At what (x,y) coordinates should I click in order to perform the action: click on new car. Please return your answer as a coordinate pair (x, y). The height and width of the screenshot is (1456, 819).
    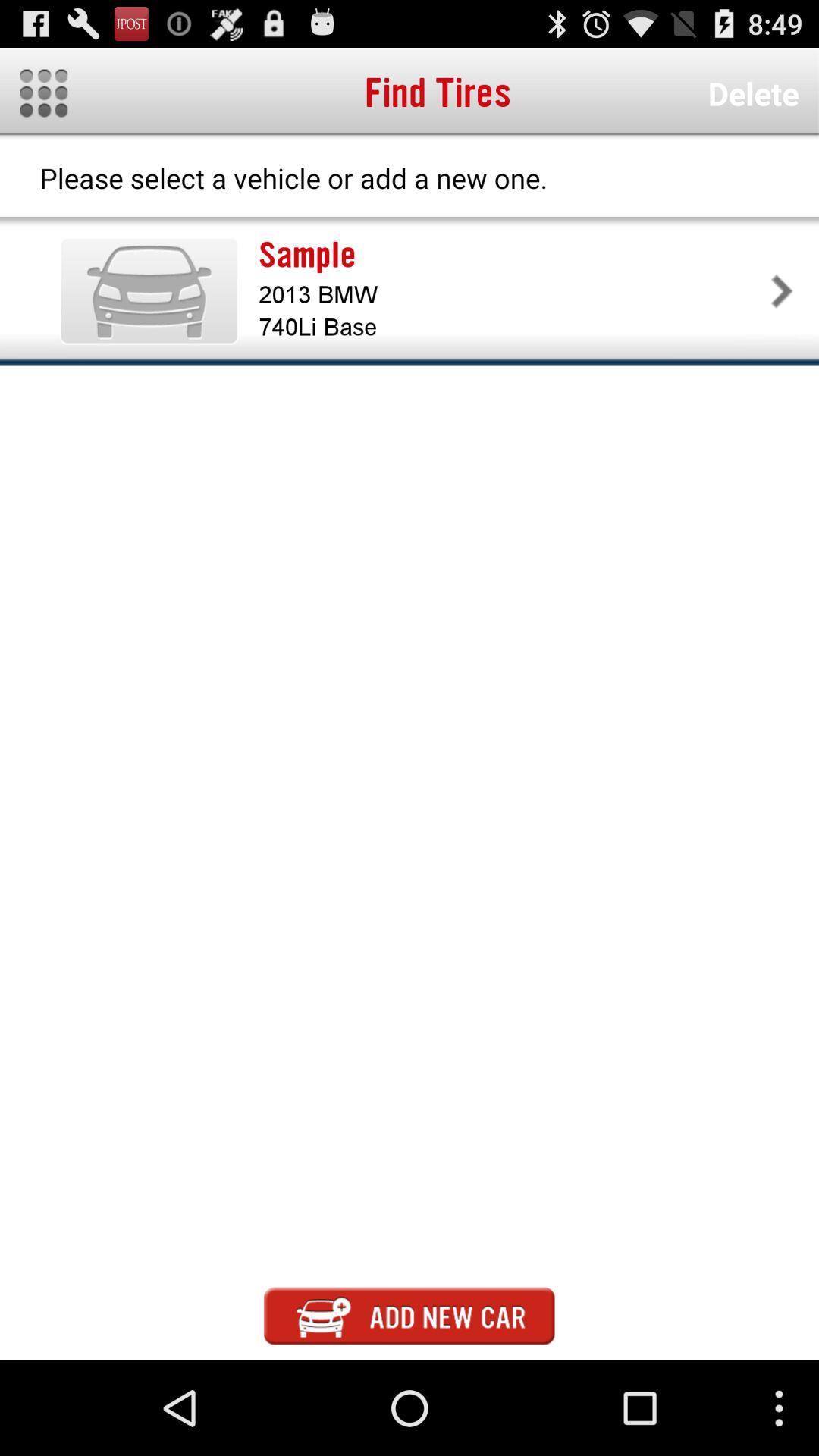
    Looking at the image, I should click on (409, 1315).